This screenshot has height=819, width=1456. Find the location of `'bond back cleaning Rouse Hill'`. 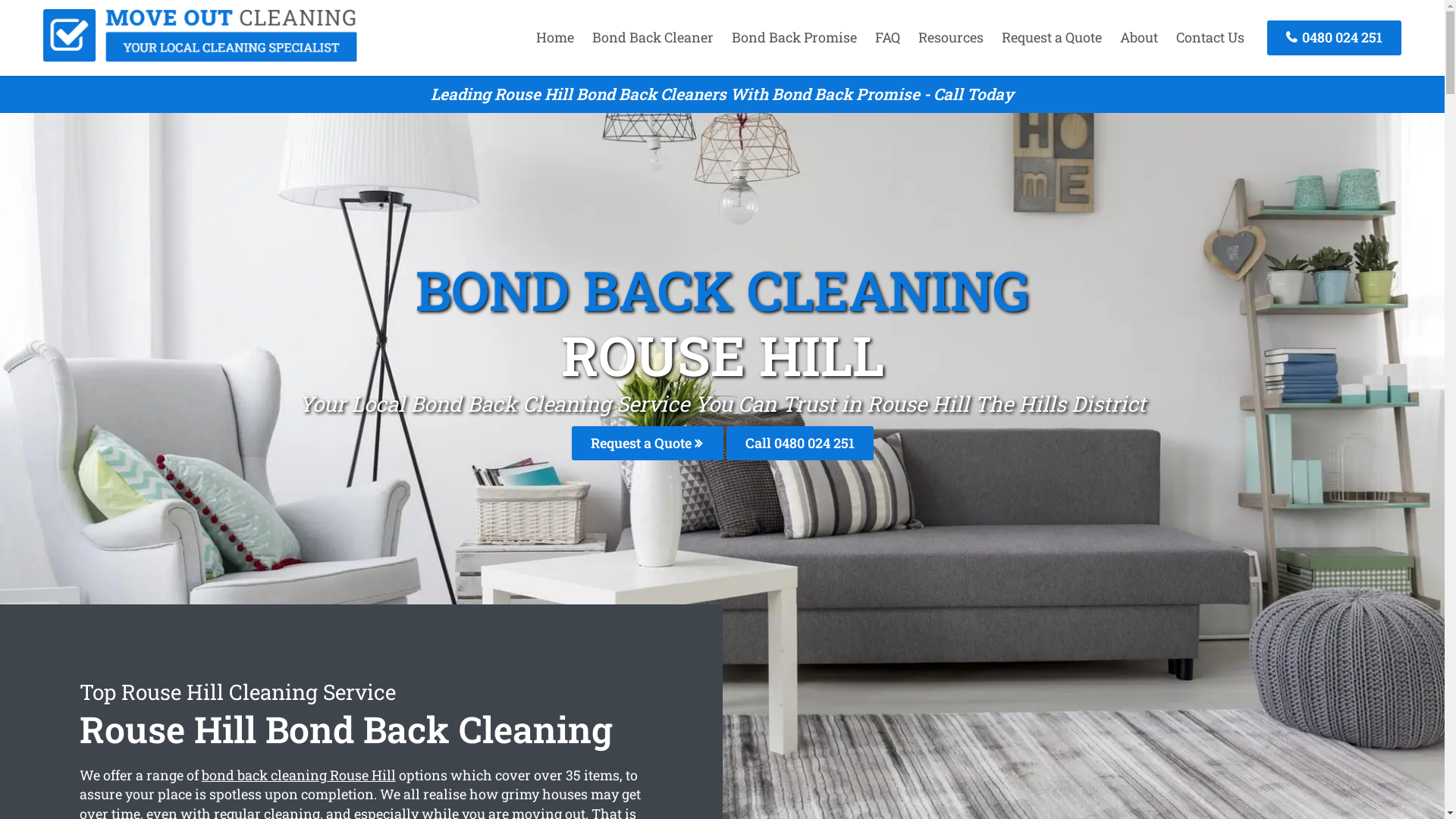

'bond back cleaning Rouse Hill' is located at coordinates (200, 775).